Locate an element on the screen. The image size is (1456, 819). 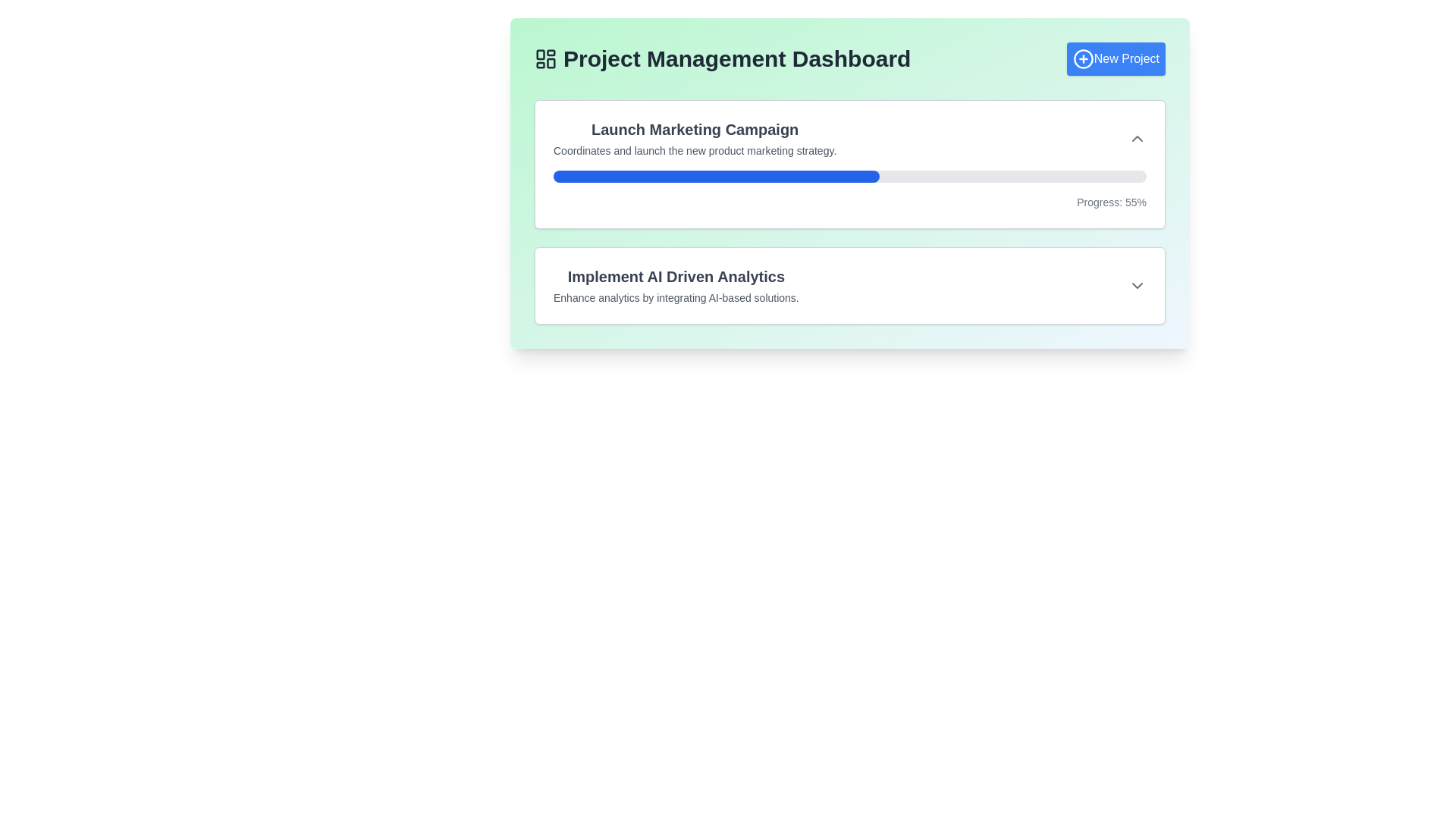
the Chevron-up icon located in the upper-right area of the 'Launch Marketing Campaign' card is located at coordinates (1137, 138).